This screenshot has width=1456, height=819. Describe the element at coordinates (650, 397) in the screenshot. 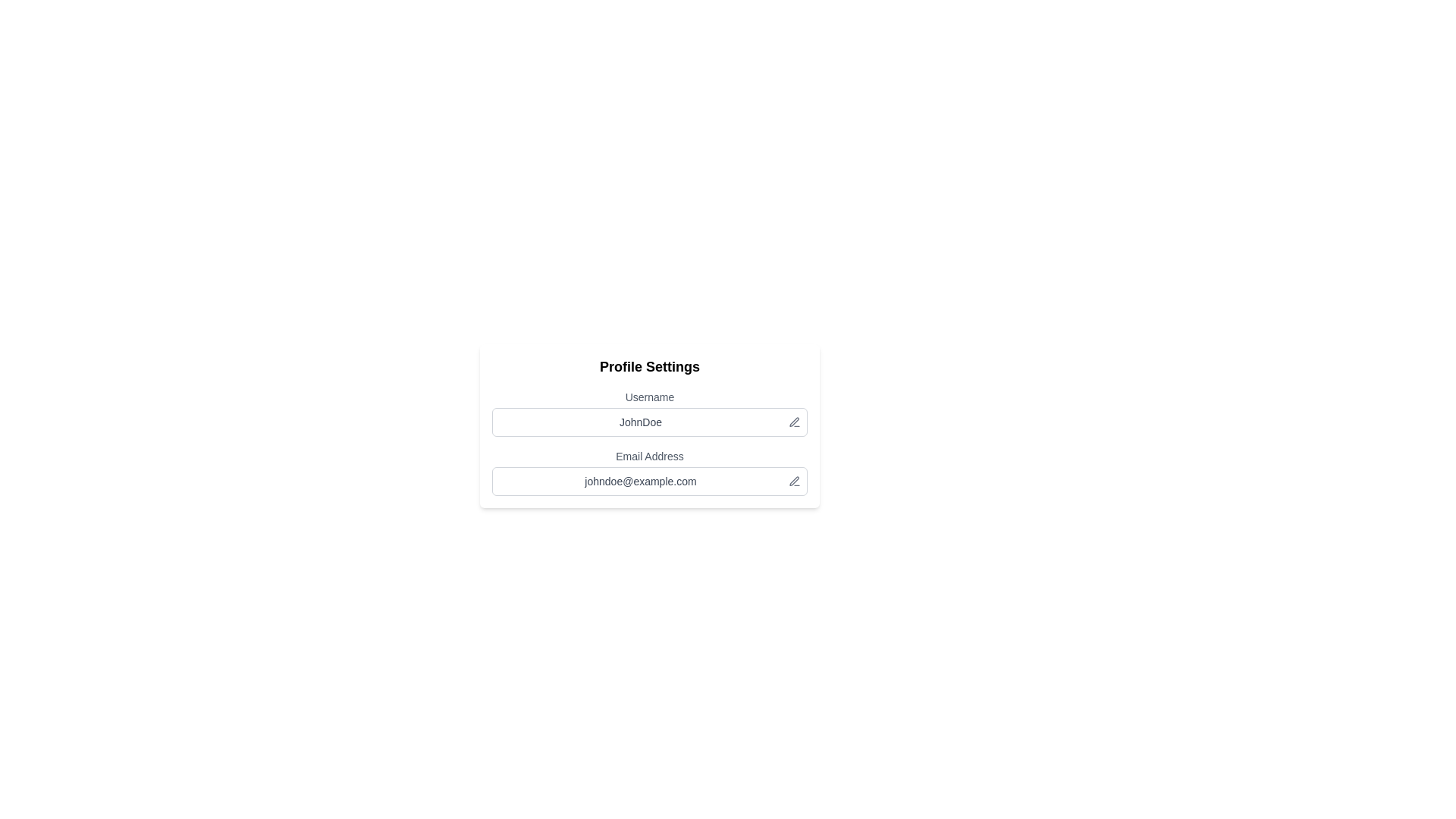

I see `the 'Username' label element, which displays the text in small gray font above the 'JohnDoe' username in the profile information card` at that location.